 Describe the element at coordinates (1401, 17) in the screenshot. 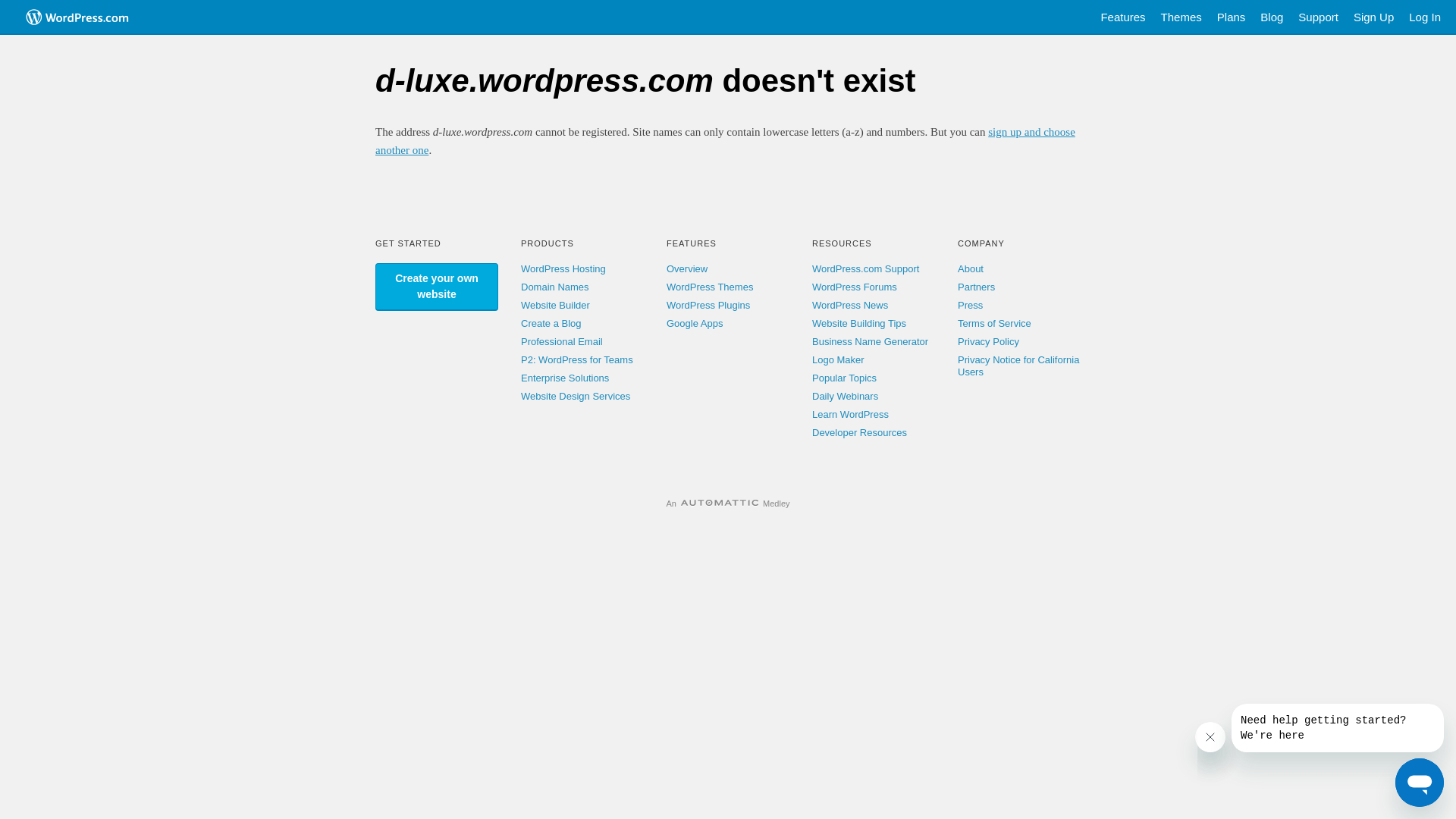

I see `'Log In'` at that location.